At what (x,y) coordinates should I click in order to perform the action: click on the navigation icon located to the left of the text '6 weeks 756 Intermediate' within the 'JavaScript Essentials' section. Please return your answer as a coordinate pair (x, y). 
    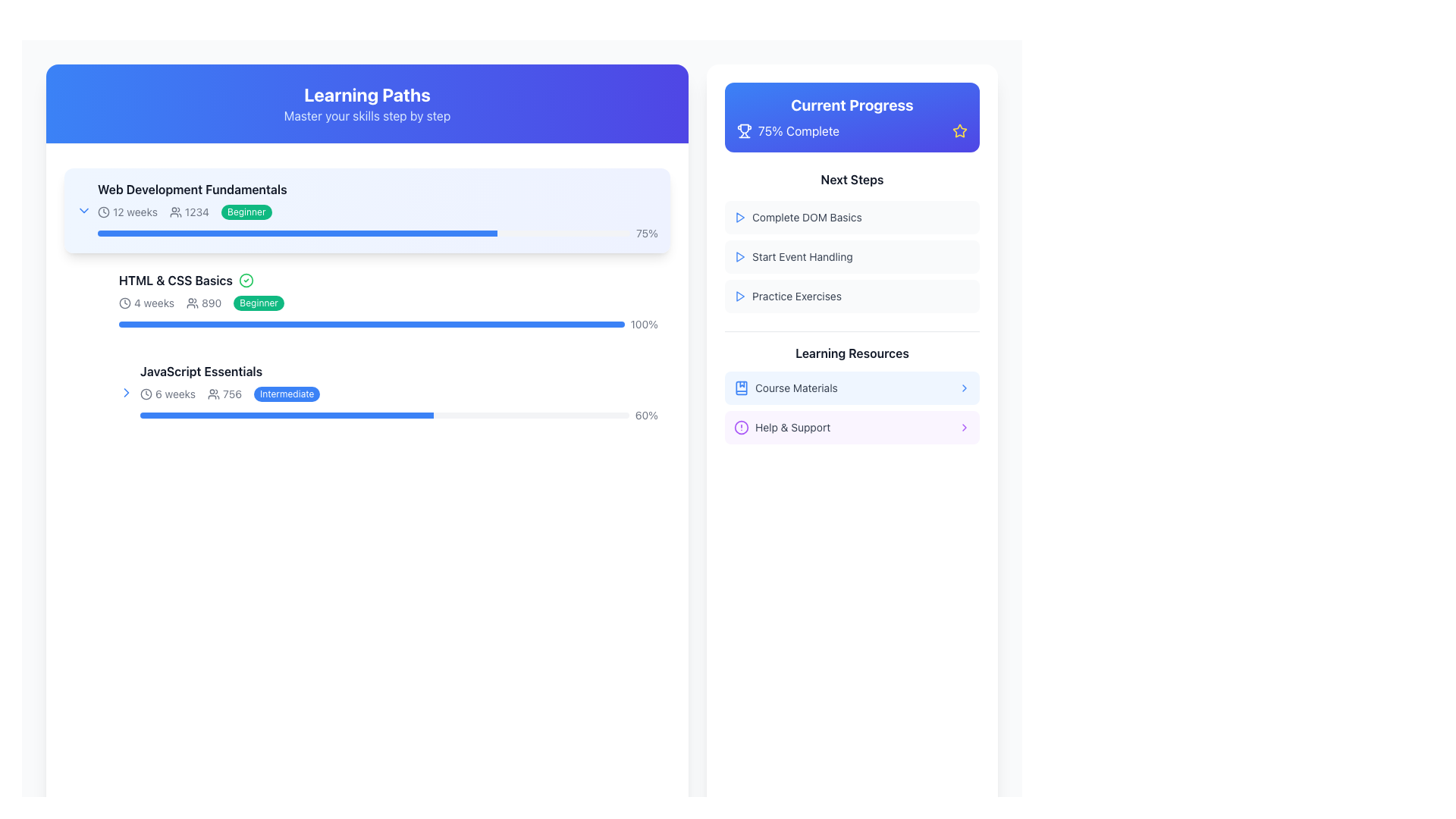
    Looking at the image, I should click on (127, 391).